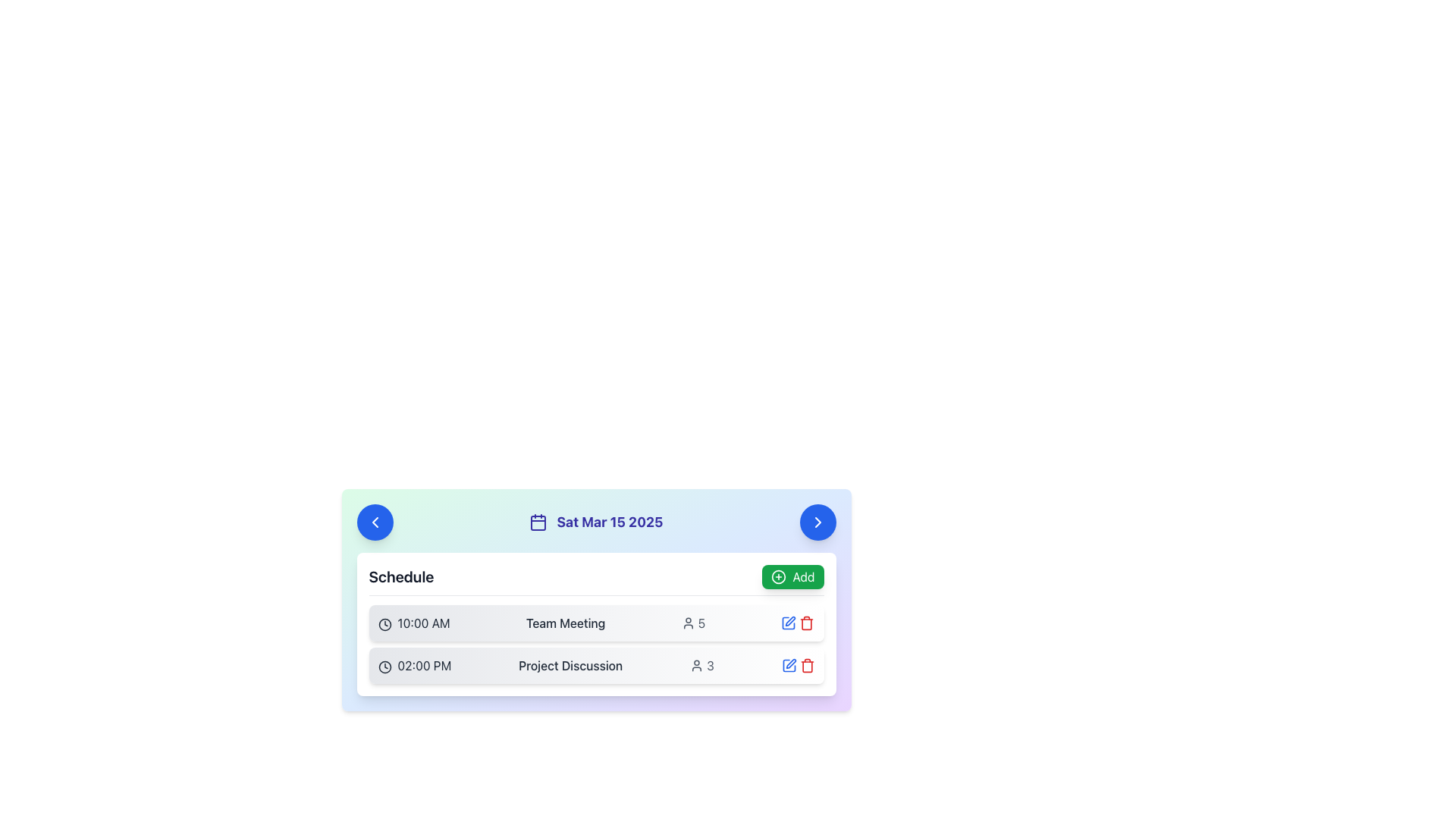 The image size is (1456, 819). What do you see at coordinates (696, 665) in the screenshot?
I see `the user silhouette icon located to the left of the number '3' in the 'Project Discussion' event row` at bounding box center [696, 665].